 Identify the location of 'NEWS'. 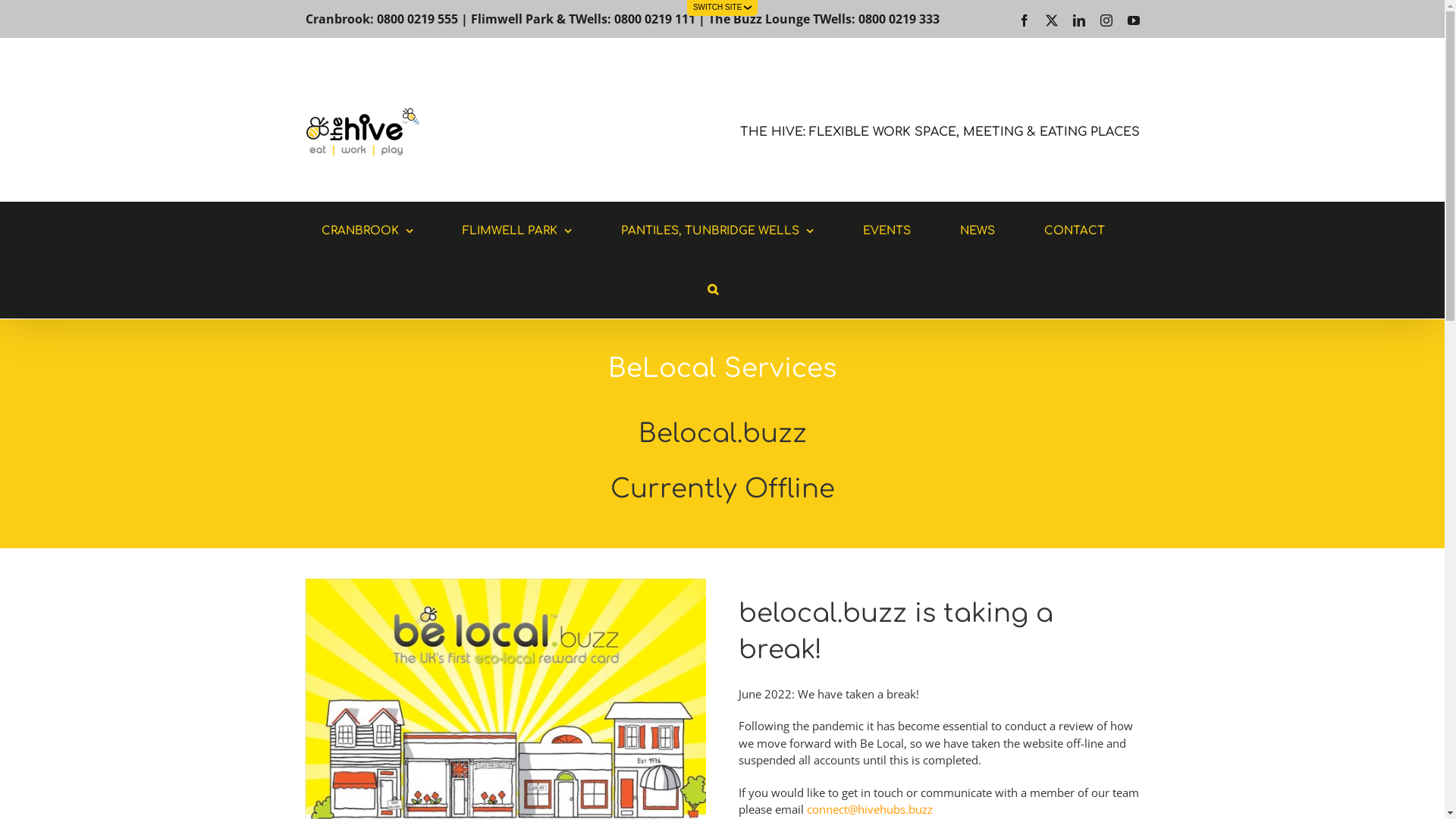
(977, 231).